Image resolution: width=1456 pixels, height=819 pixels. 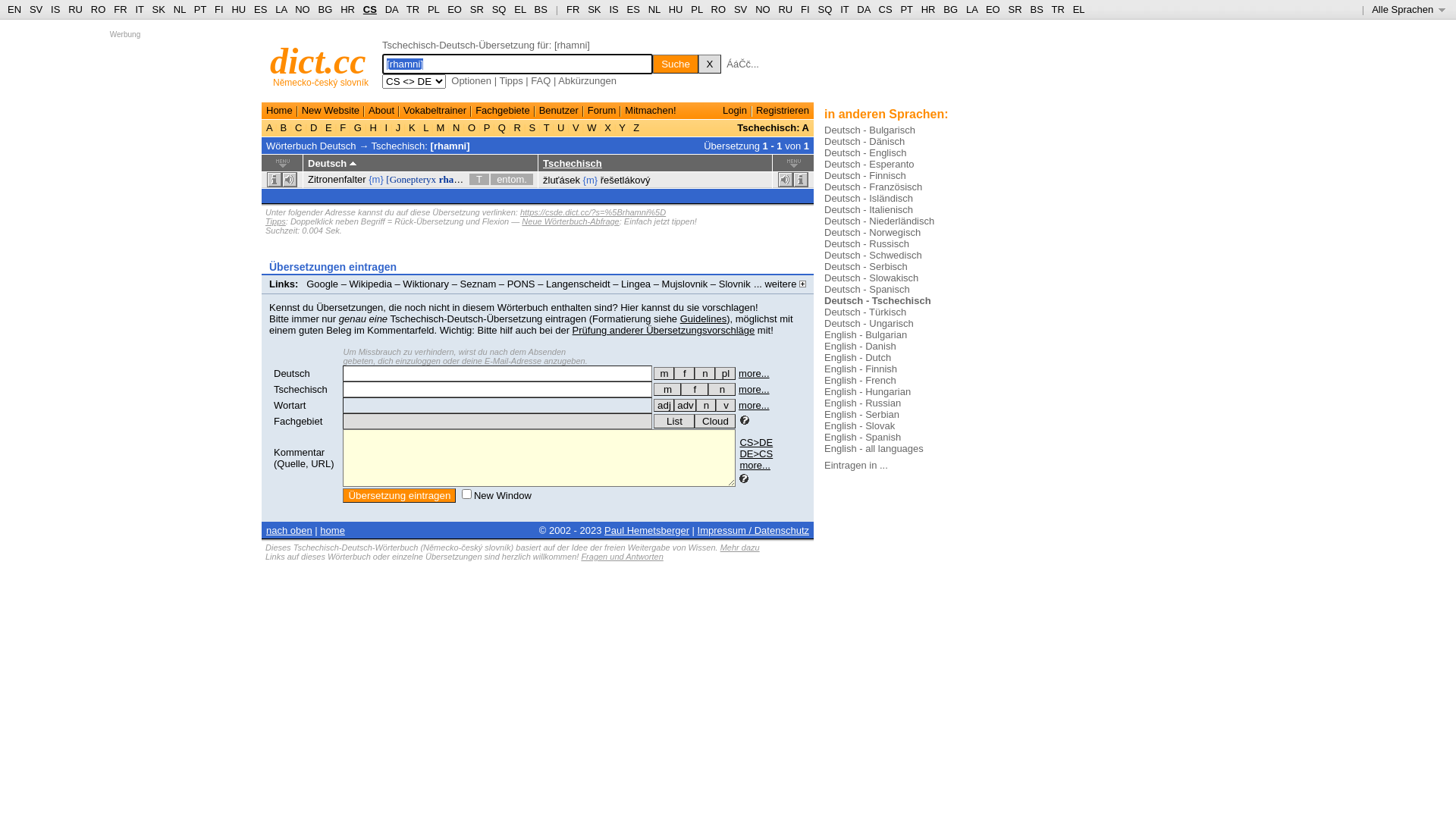 What do you see at coordinates (470, 80) in the screenshot?
I see `'Optionen'` at bounding box center [470, 80].